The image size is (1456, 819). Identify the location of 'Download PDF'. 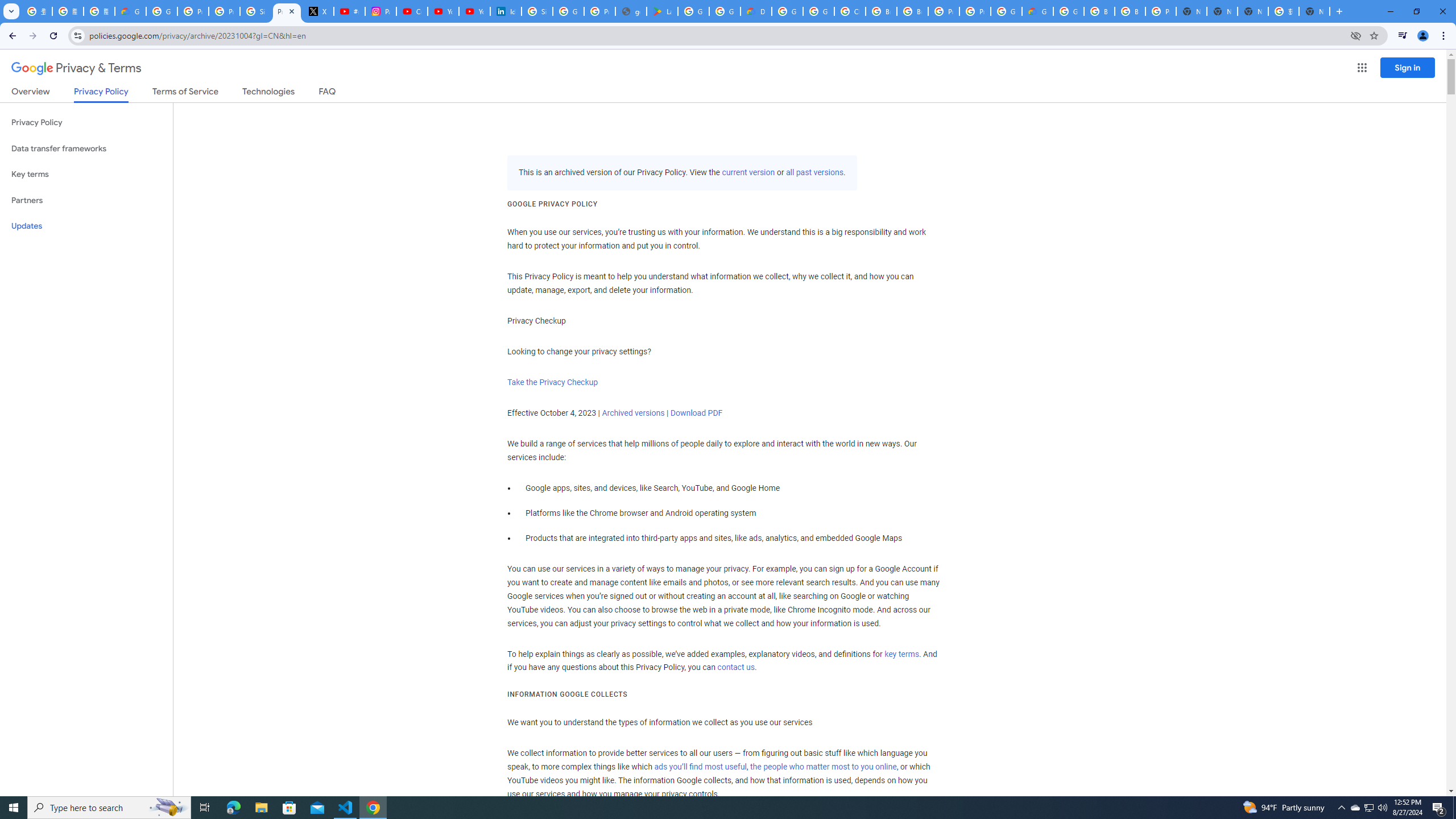
(695, 412).